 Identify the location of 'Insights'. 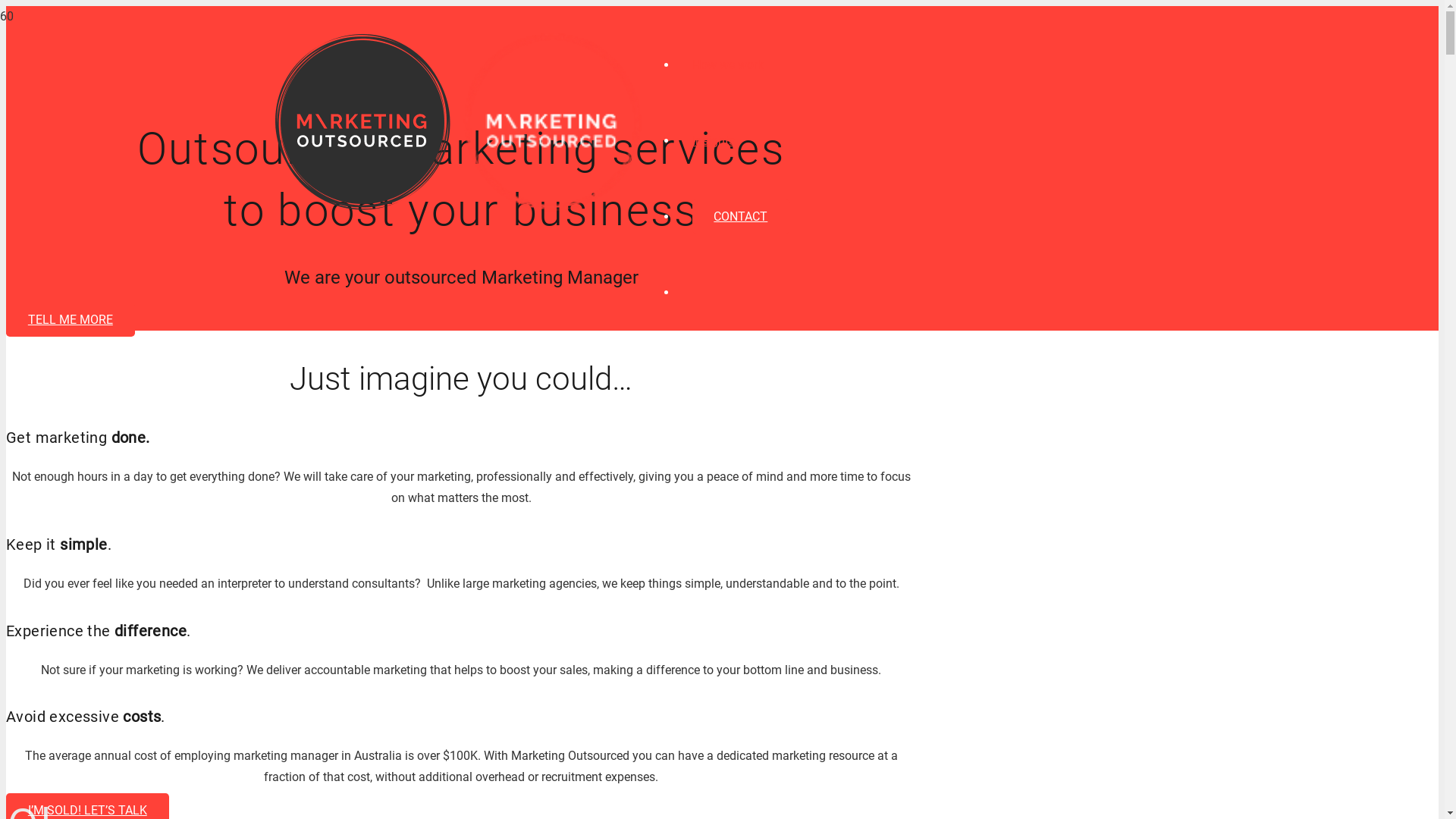
(712, 140).